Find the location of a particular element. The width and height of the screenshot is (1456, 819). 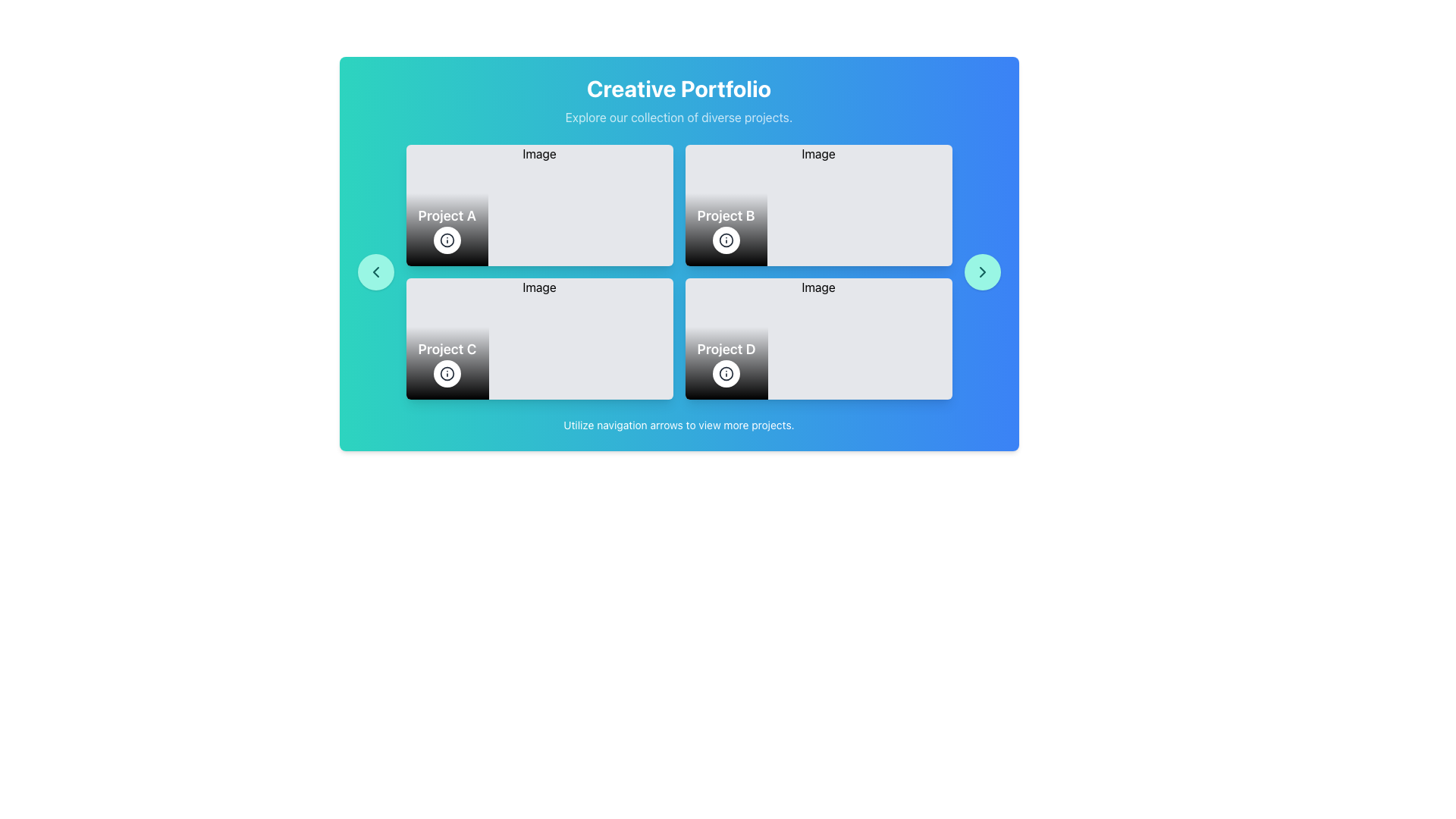

the 'Project B' text label, which is styled bold and white on a black gradient background, located in the bottom section of the project tile for 'Image' is located at coordinates (725, 216).